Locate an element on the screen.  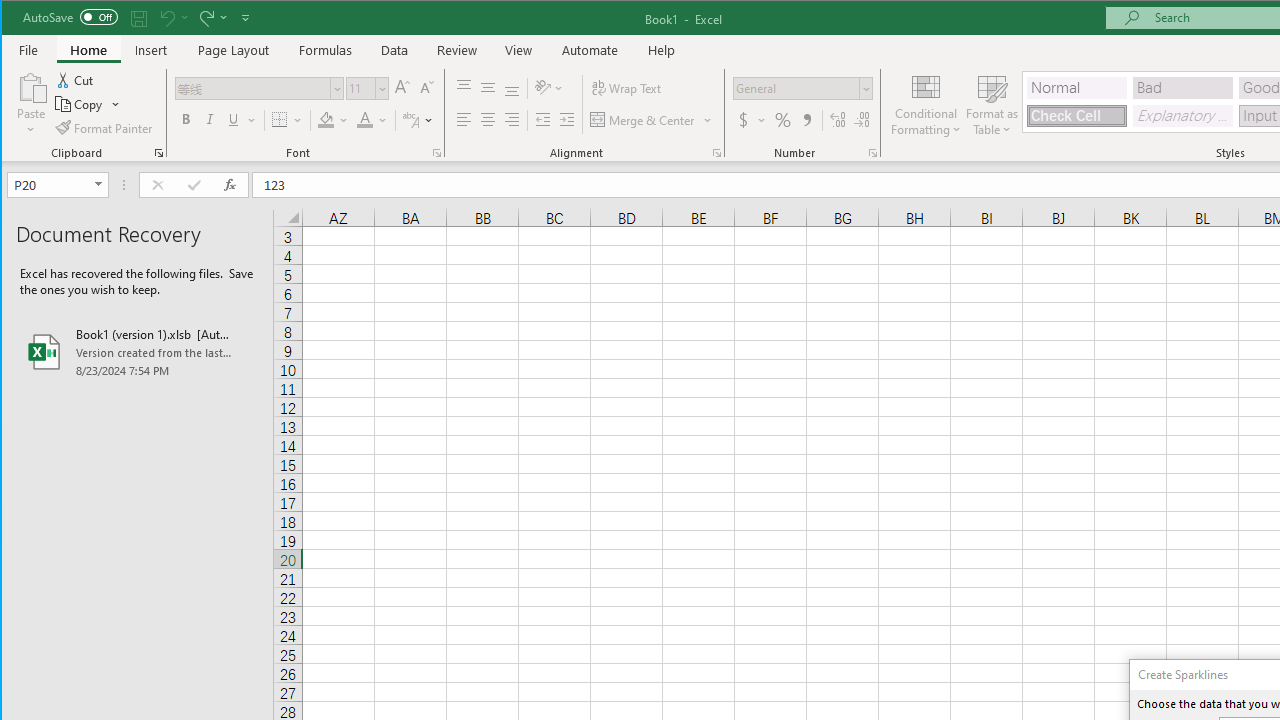
'Percent Style' is located at coordinates (781, 120).